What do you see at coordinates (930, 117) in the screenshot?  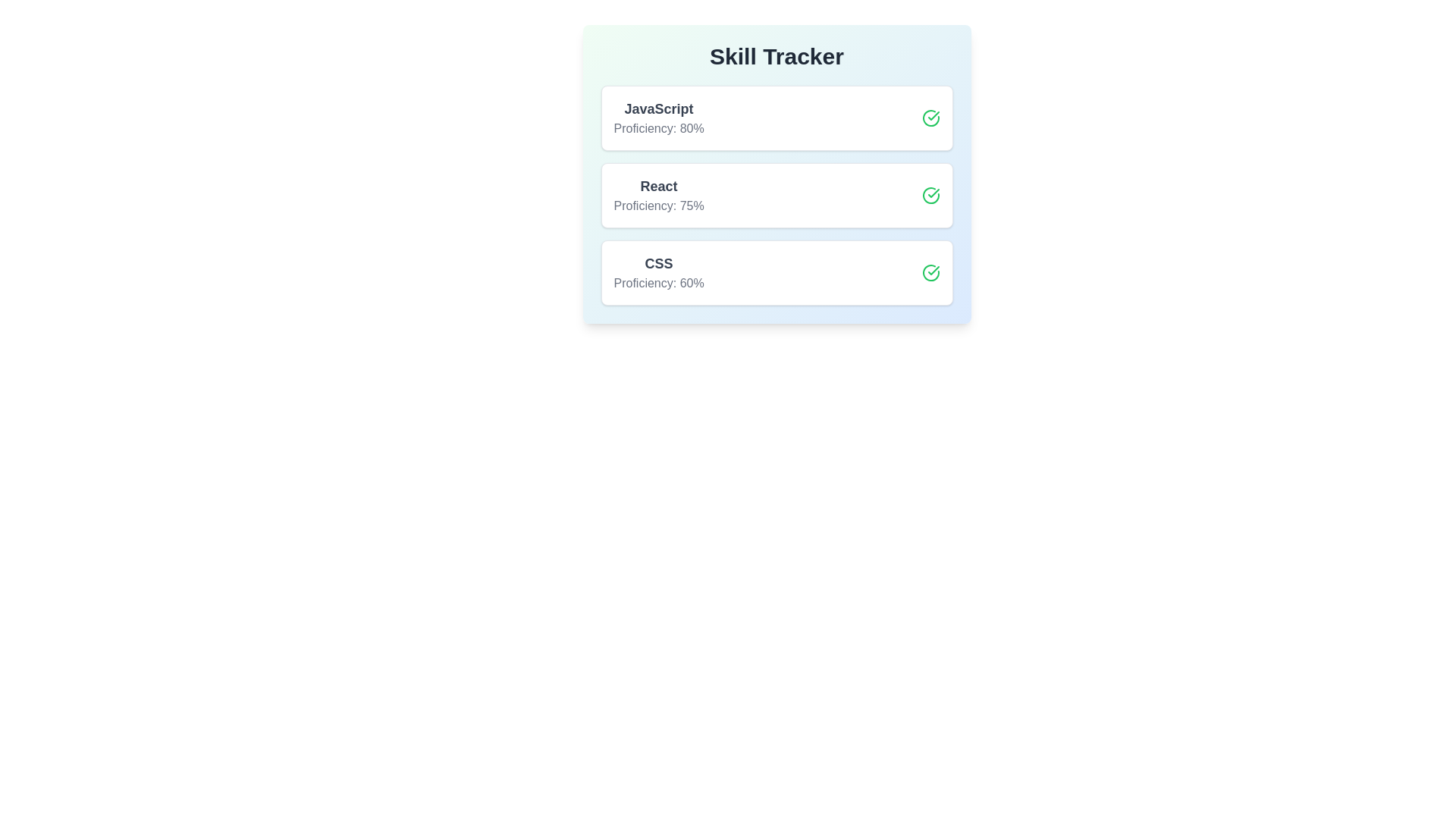 I see `toggle button for the skill JavaScript to enhance or reduce its proficiency` at bounding box center [930, 117].